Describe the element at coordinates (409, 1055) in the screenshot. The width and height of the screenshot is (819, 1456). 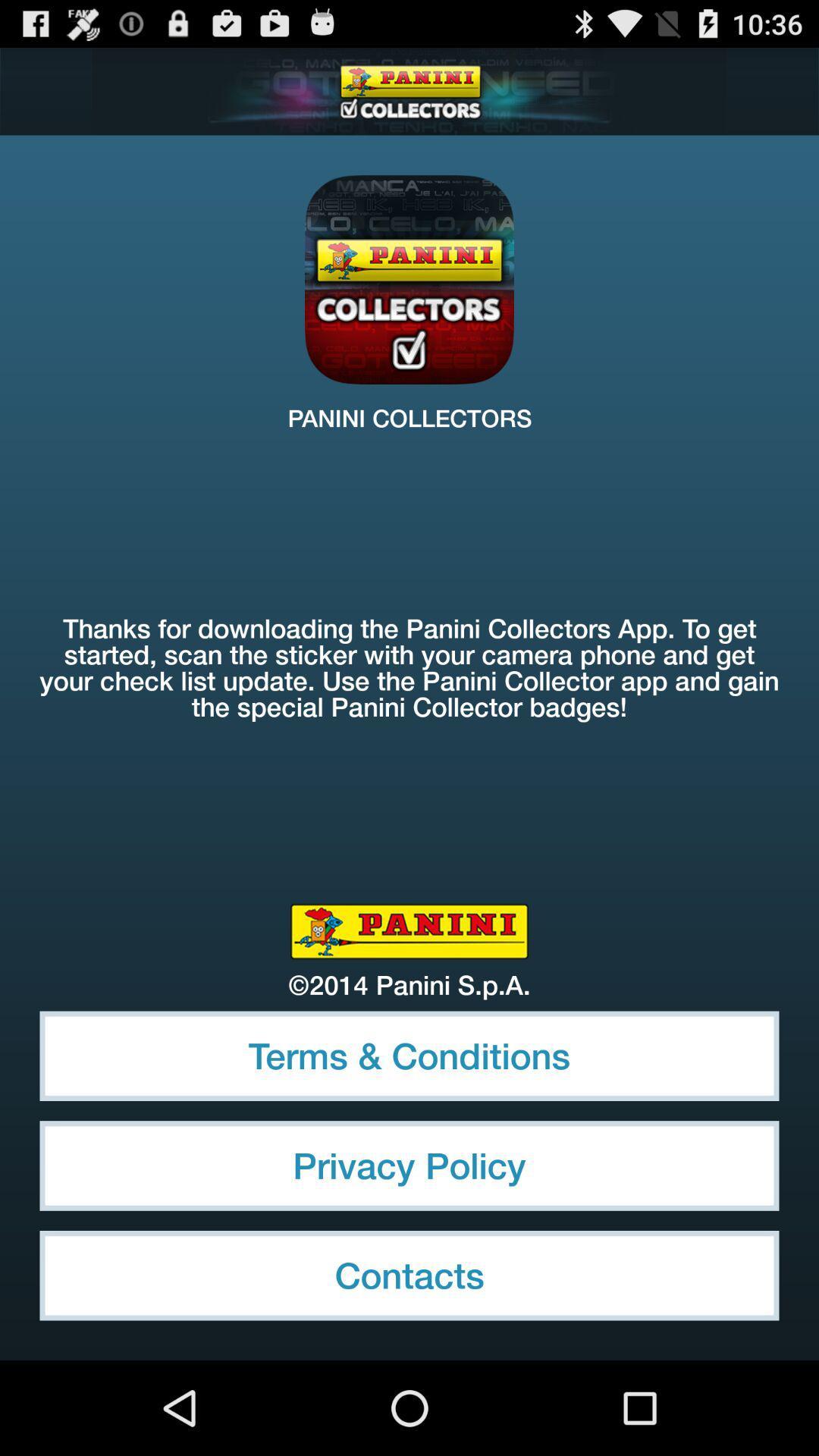
I see `item above the privacy policy icon` at that location.